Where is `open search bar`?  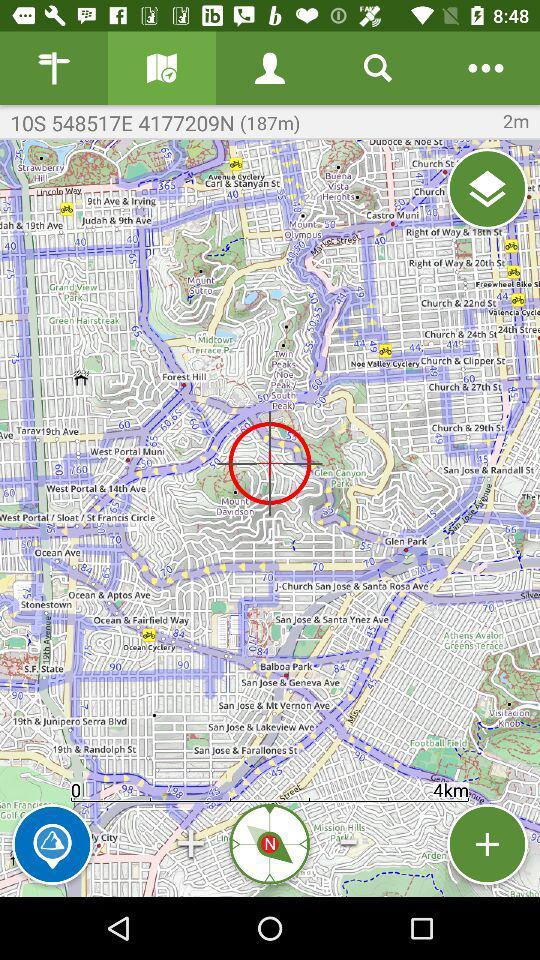
open search bar is located at coordinates (378, 68).